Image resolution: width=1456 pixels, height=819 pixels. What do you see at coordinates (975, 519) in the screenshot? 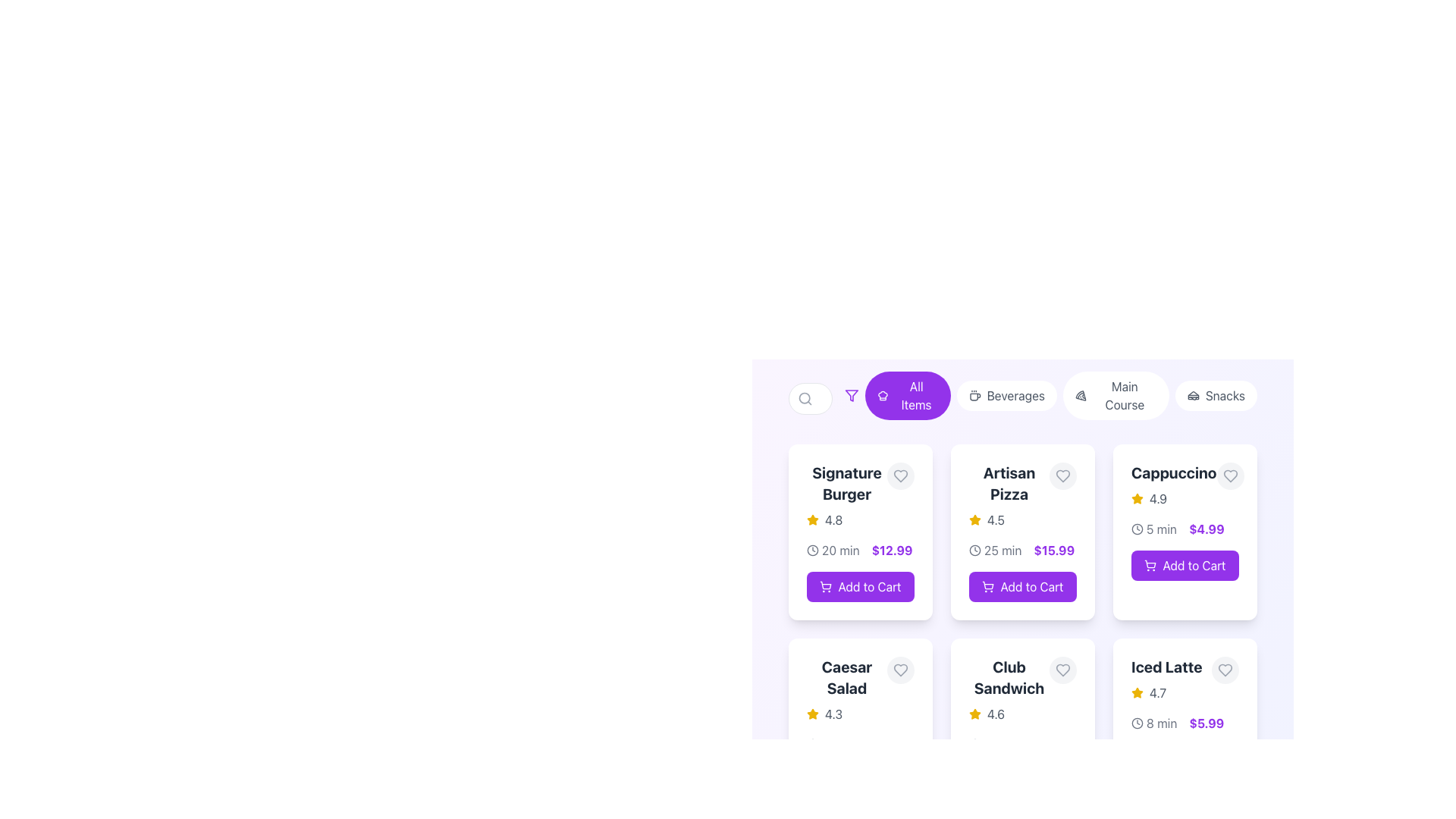
I see `the star-shaped icon within the SVG graphic, which is styled with a yellow fill color and represents a rating` at bounding box center [975, 519].